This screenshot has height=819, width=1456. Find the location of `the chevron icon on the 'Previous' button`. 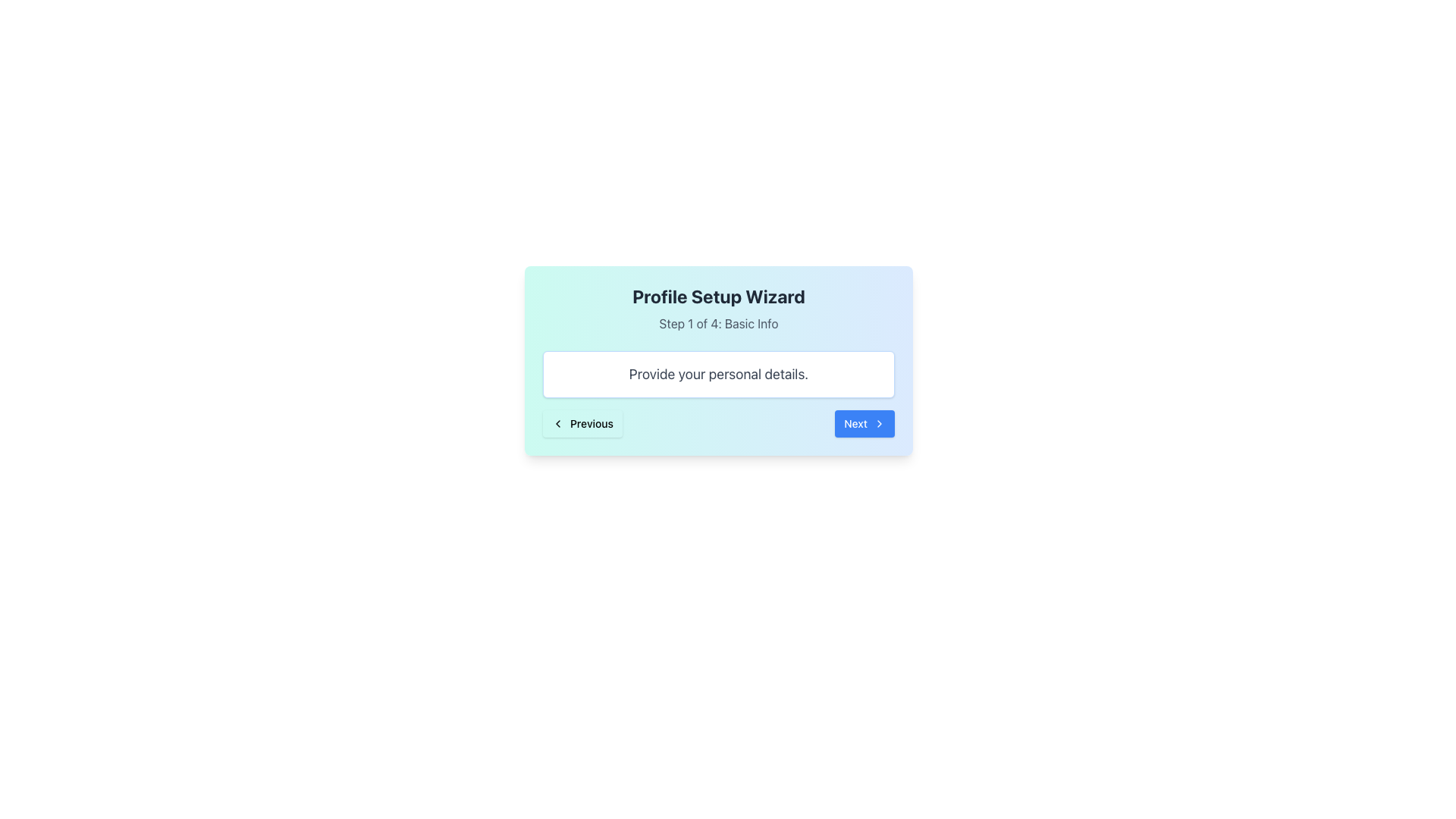

the chevron icon on the 'Previous' button is located at coordinates (557, 424).